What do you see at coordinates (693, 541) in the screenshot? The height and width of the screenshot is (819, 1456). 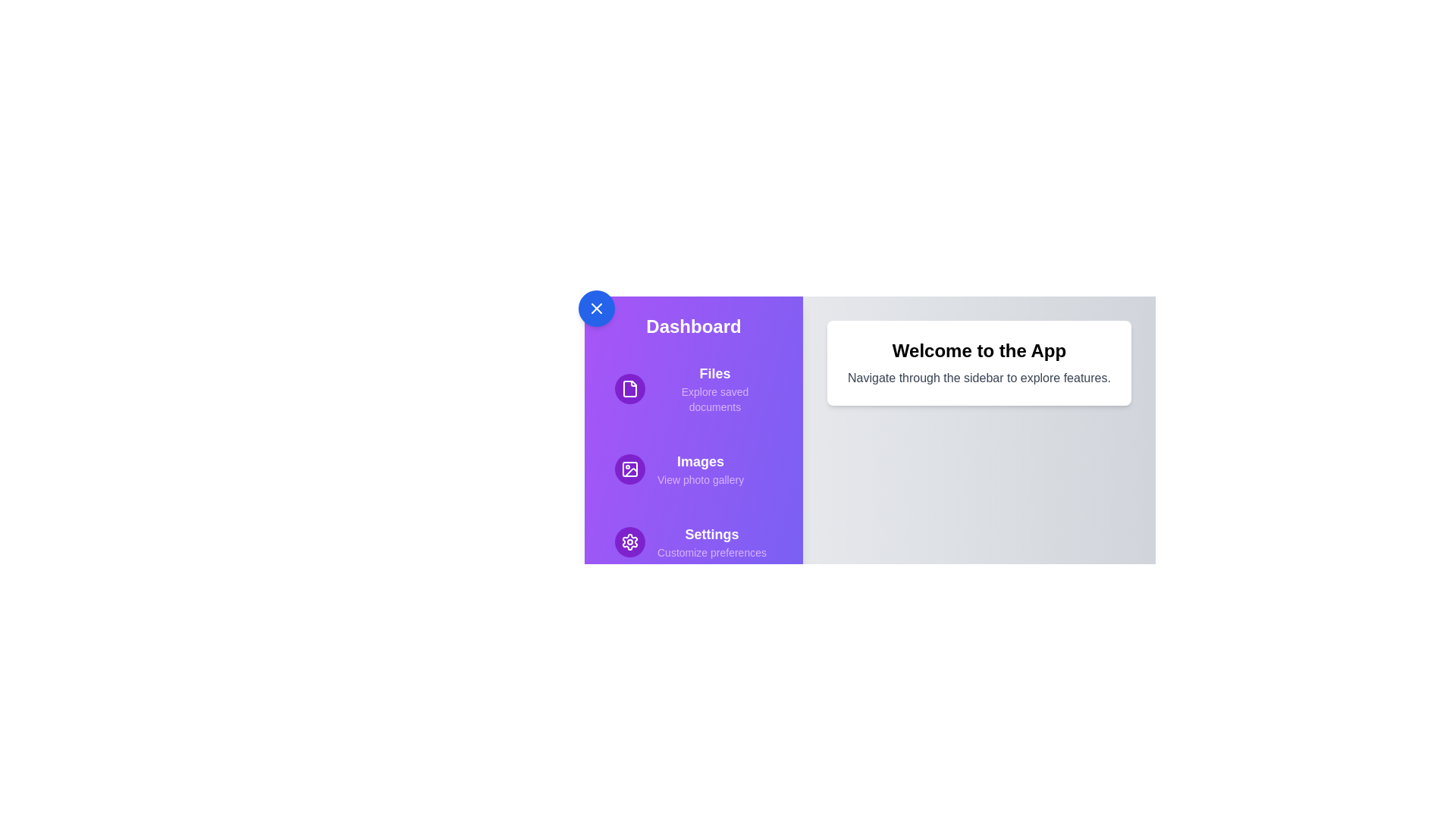 I see `the menu item Settings to view its highlight effect` at bounding box center [693, 541].